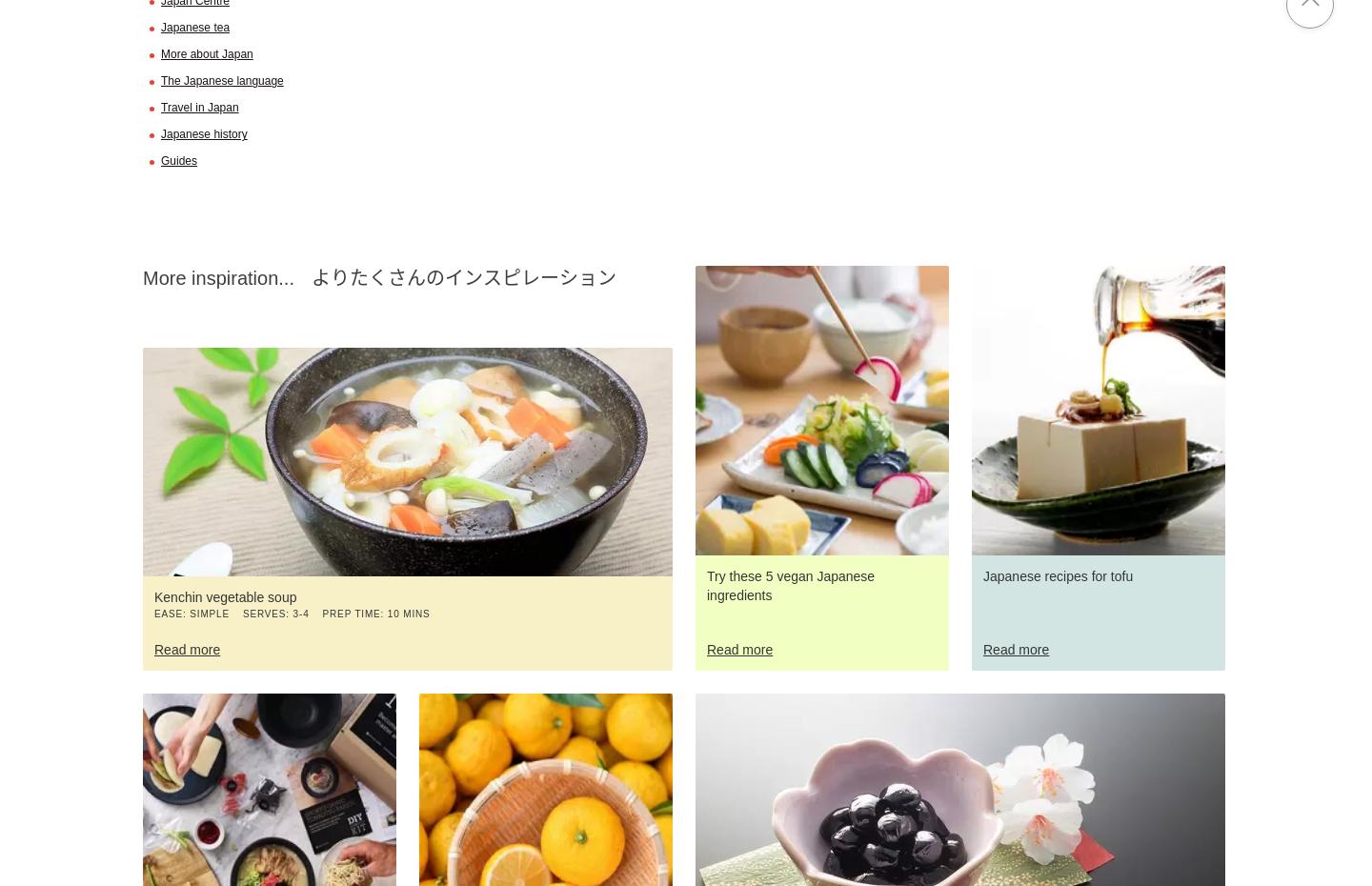 The image size is (1372, 886). Describe the element at coordinates (263, 613) in the screenshot. I see `'Serves'` at that location.